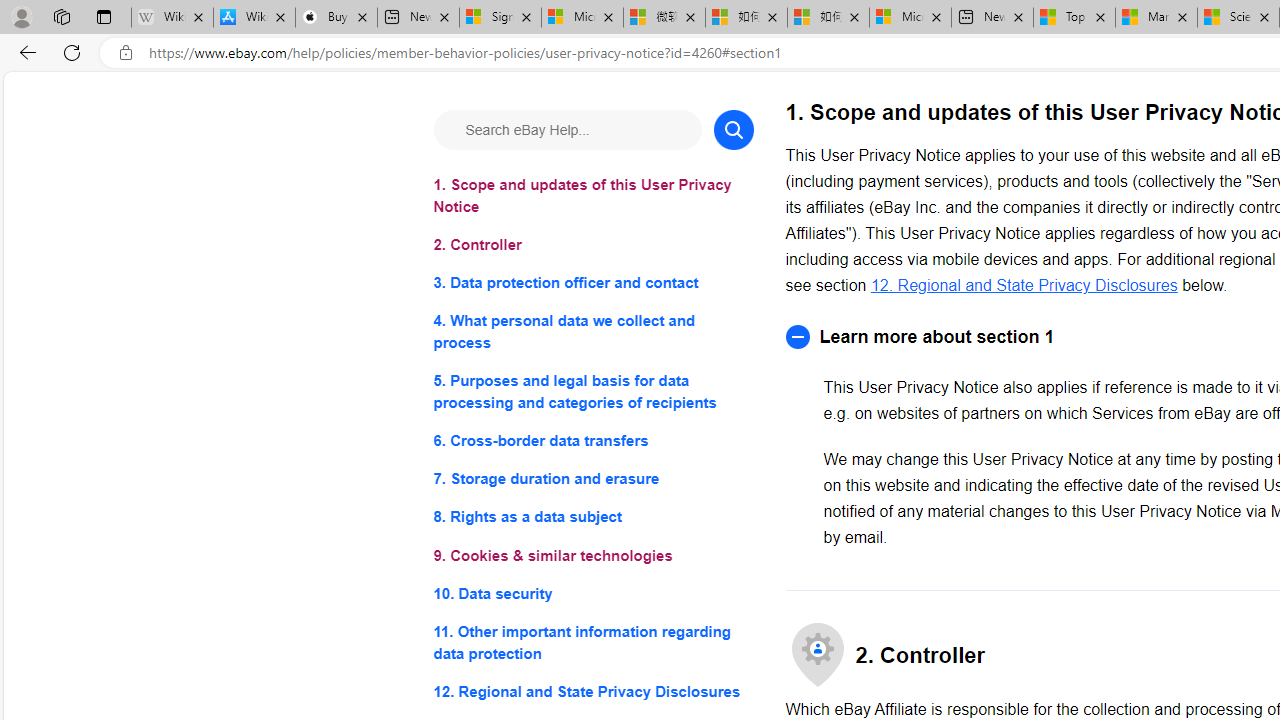 The image size is (1280, 720). I want to click on '10. Data security', so click(592, 592).